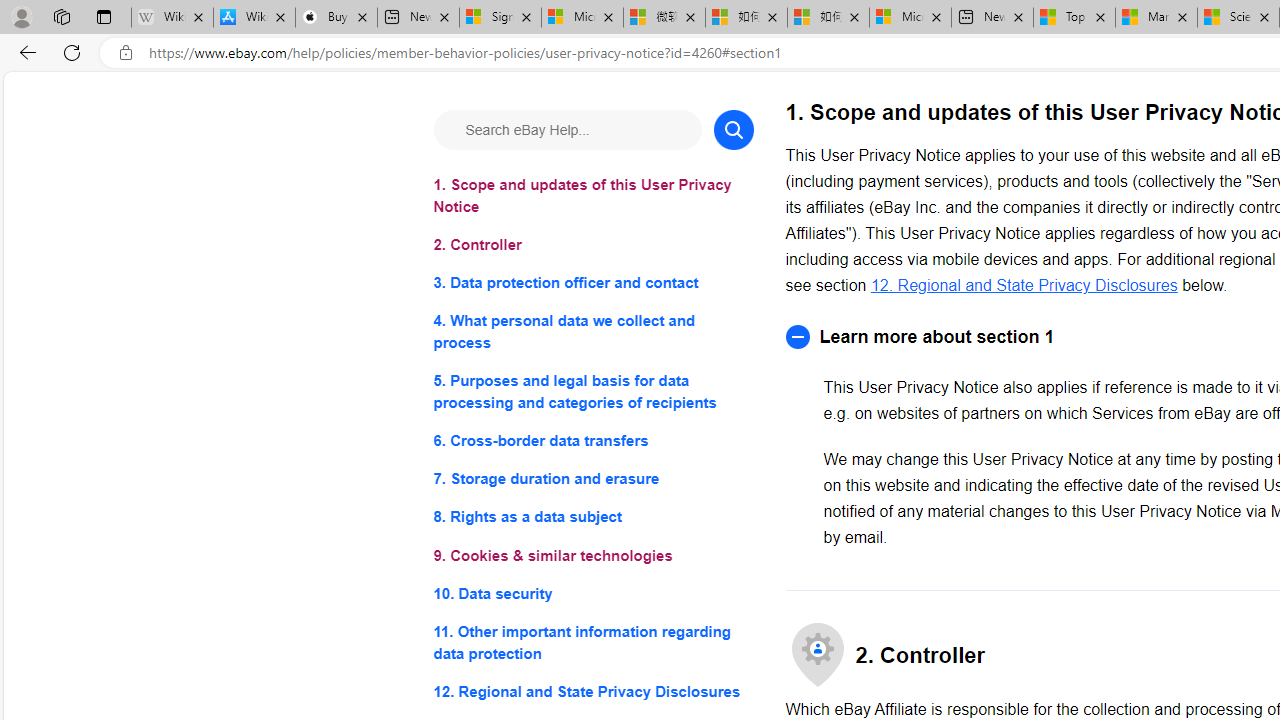 The image size is (1280, 720). I want to click on '10. Data security', so click(592, 592).